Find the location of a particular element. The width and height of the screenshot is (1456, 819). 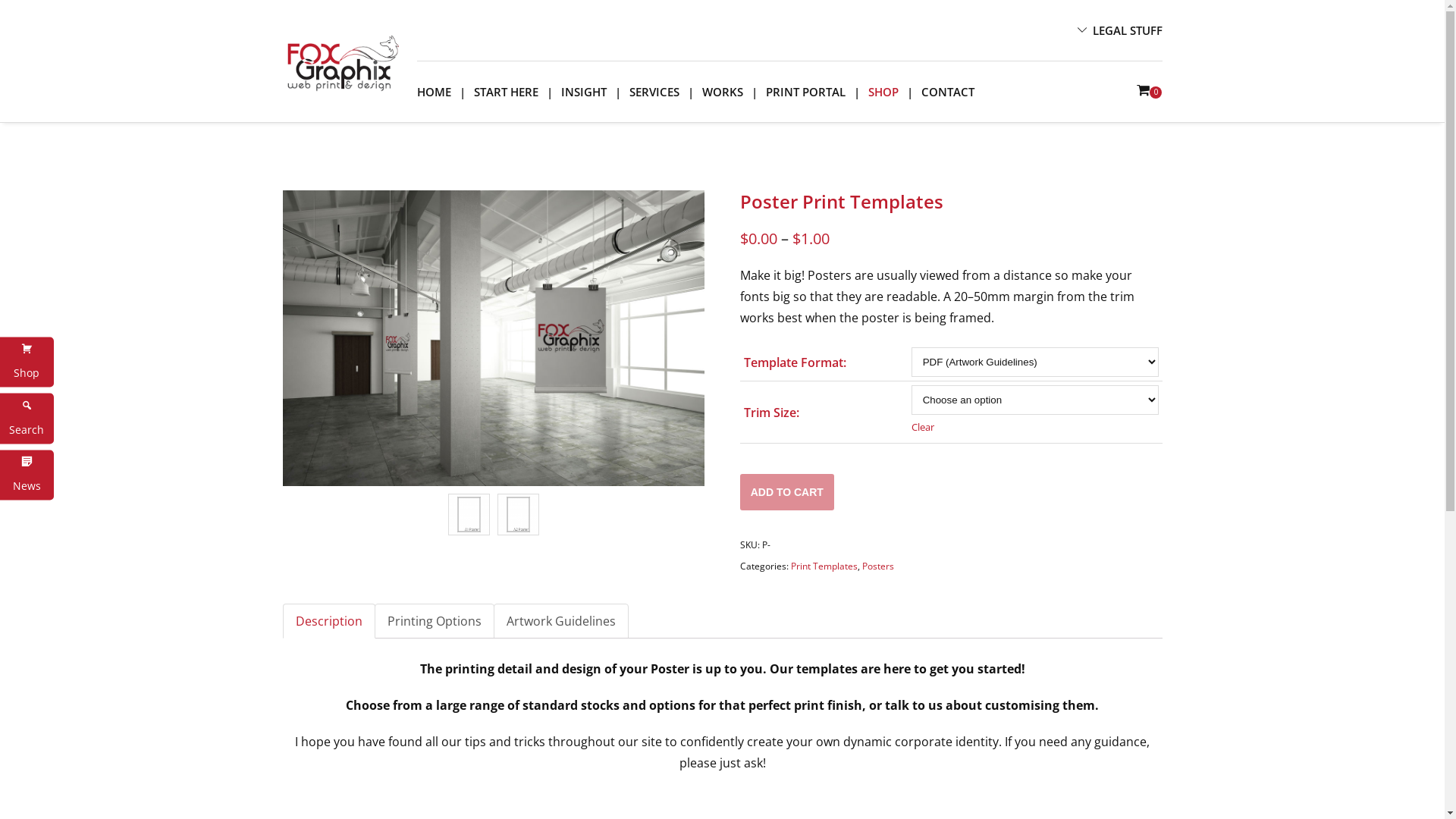

'Artwork Guidelines' is located at coordinates (560, 620).